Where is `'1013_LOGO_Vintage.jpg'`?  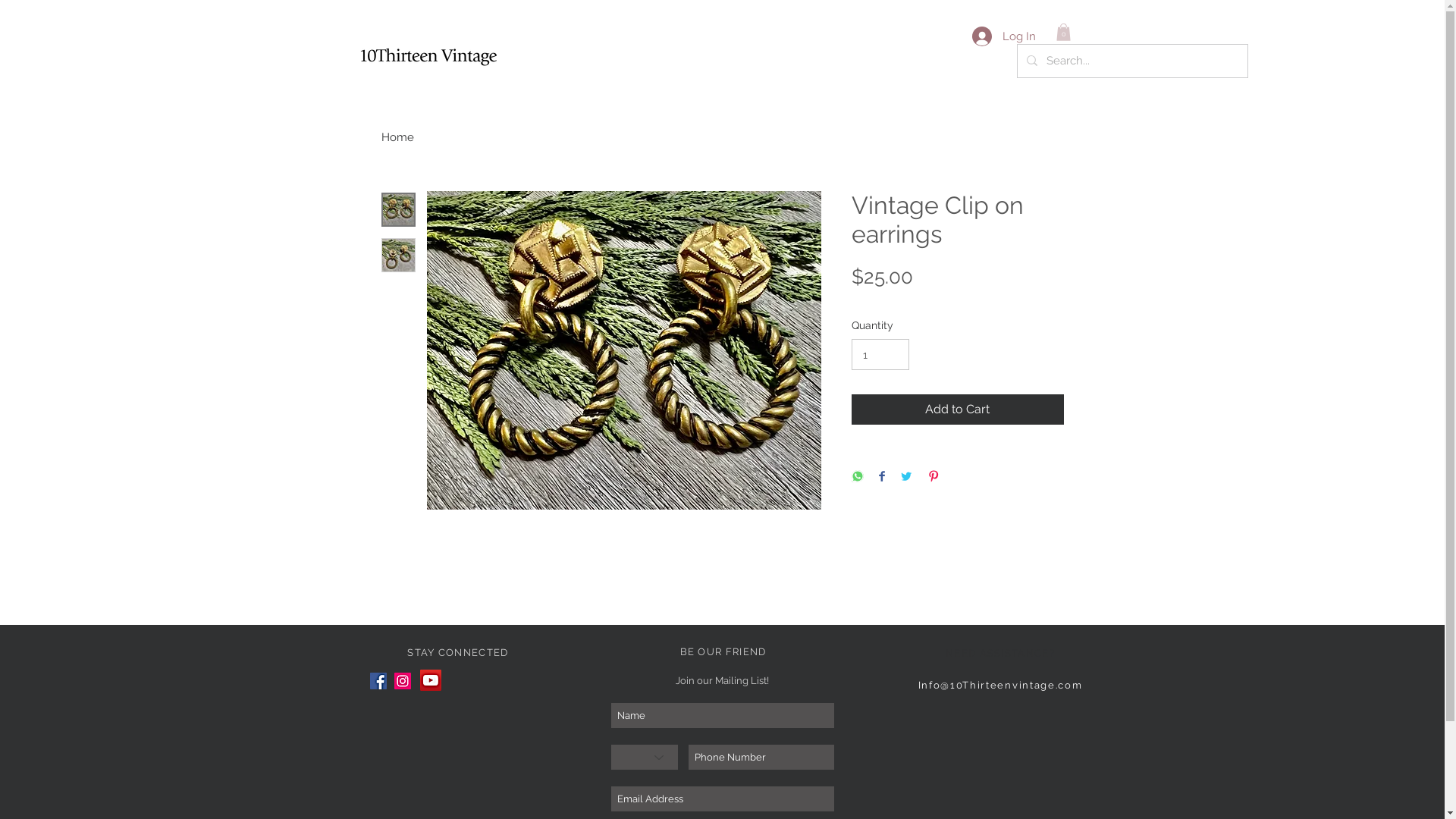
'1013_LOGO_Vintage.jpg' is located at coordinates (428, 55).